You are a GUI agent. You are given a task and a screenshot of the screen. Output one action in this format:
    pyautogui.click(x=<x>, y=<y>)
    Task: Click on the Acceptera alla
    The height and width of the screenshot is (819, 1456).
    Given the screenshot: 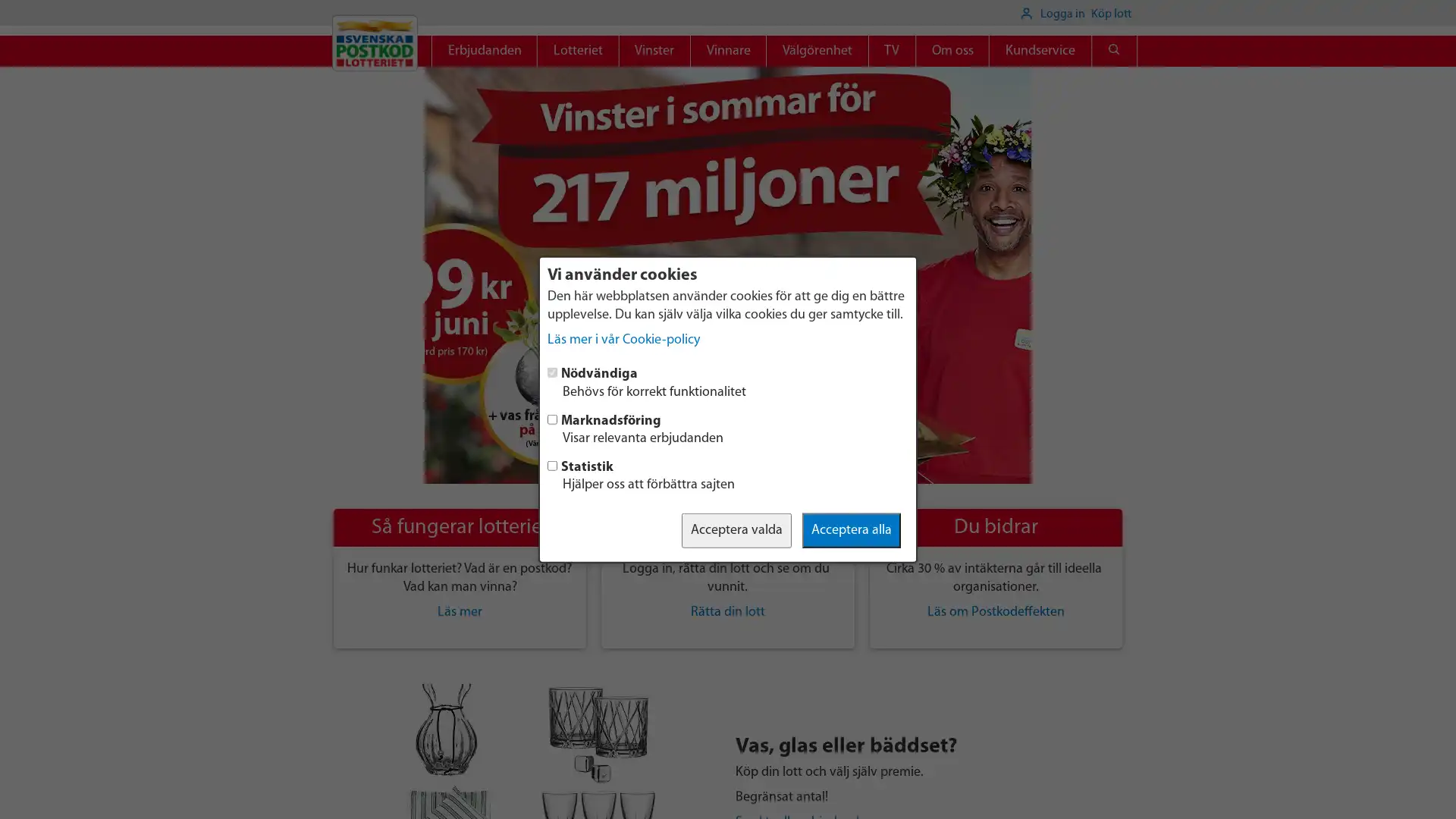 What is the action you would take?
    pyautogui.click(x=852, y=529)
    